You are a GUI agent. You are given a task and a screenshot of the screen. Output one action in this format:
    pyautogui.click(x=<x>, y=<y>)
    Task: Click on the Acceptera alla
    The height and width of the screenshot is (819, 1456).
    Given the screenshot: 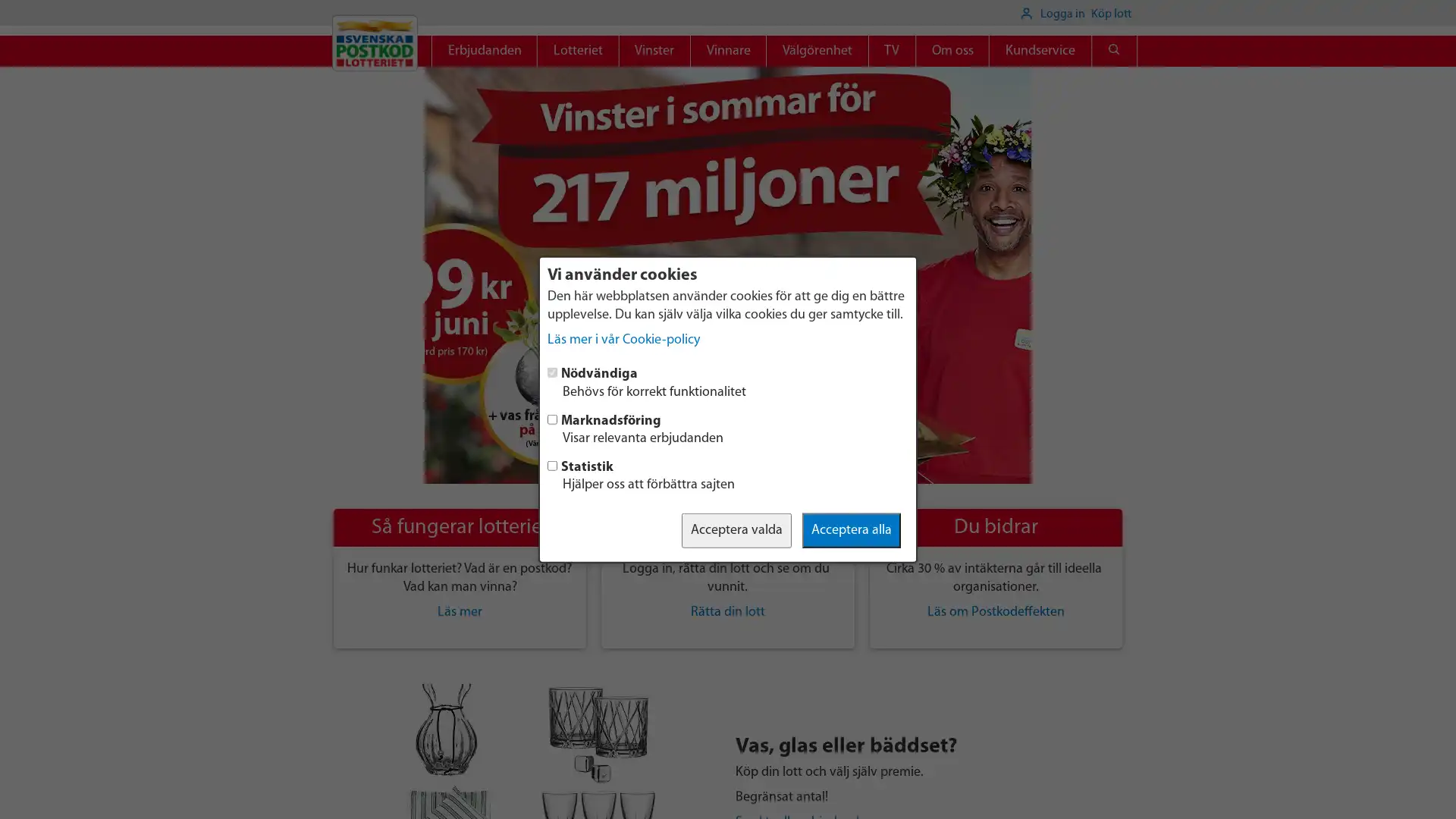 What is the action you would take?
    pyautogui.click(x=852, y=529)
    